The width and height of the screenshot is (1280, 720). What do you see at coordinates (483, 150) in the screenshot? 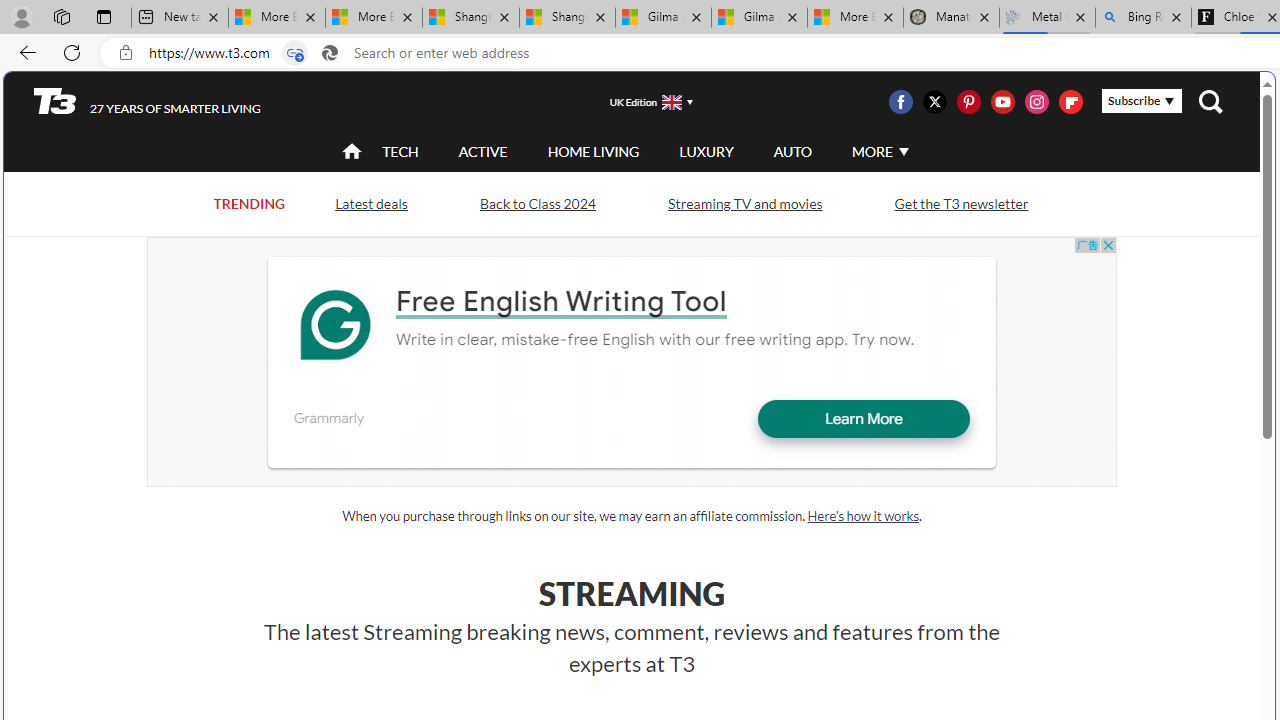
I see `'ACTIVE'` at bounding box center [483, 150].